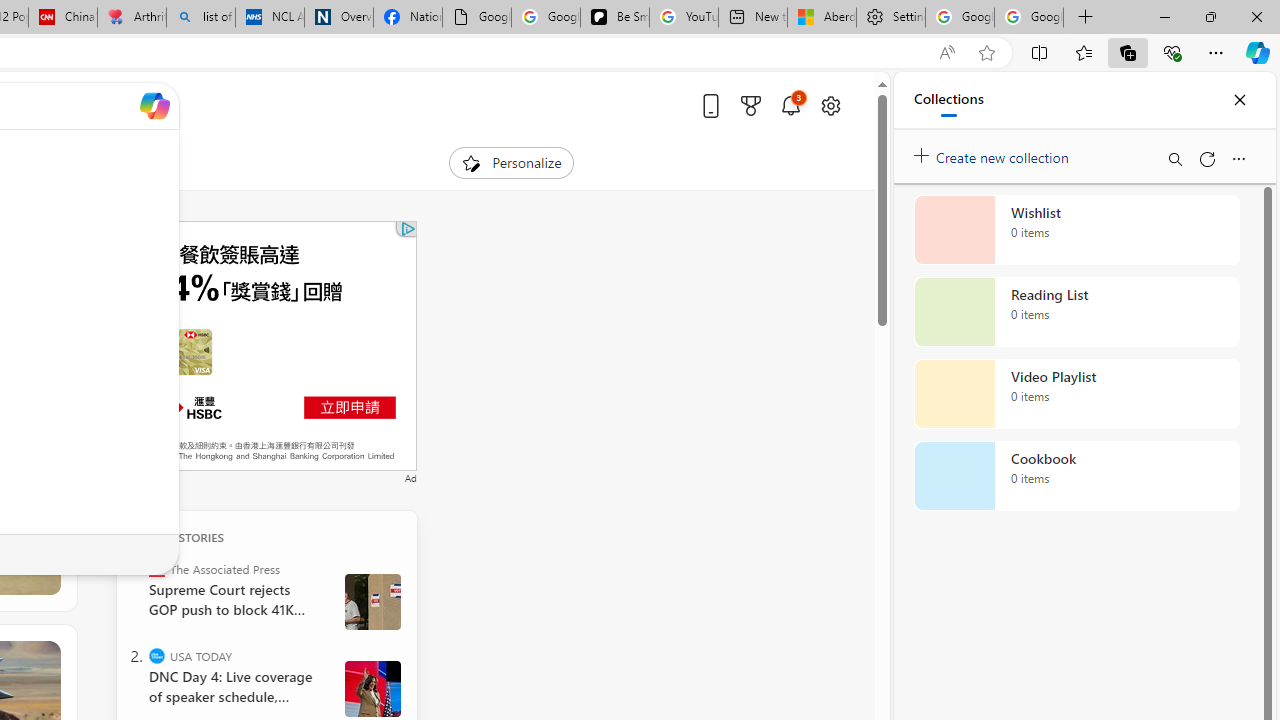 Image resolution: width=1280 pixels, height=720 pixels. Describe the element at coordinates (614, 17) in the screenshot. I see `'Be Smart | creating Science videos | Patreon'` at that location.